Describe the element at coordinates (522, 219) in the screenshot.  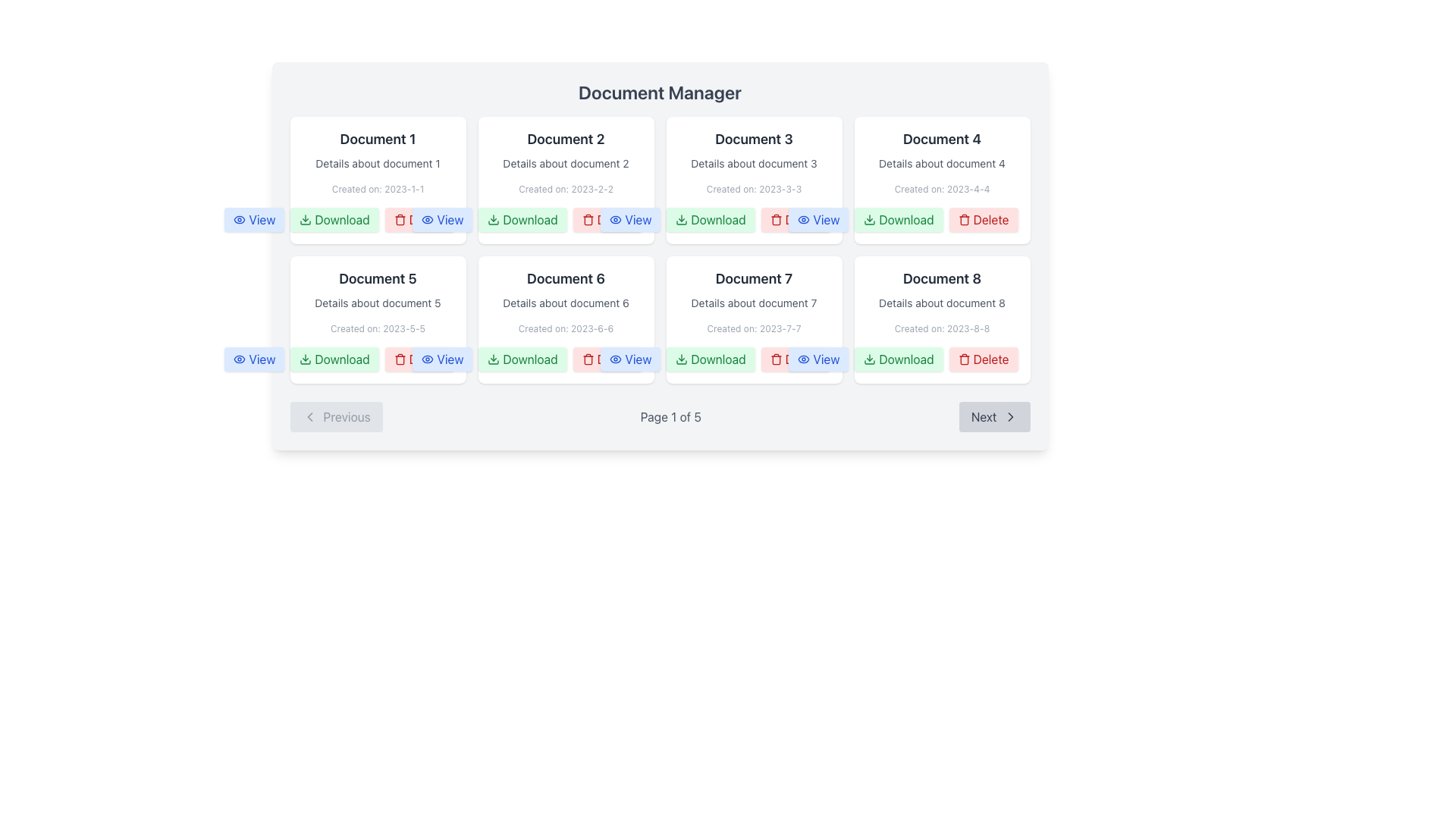
I see `the 'Download' button with a green background and a download icon, located under the 'Document 2' card in the Document Manager interface` at that location.